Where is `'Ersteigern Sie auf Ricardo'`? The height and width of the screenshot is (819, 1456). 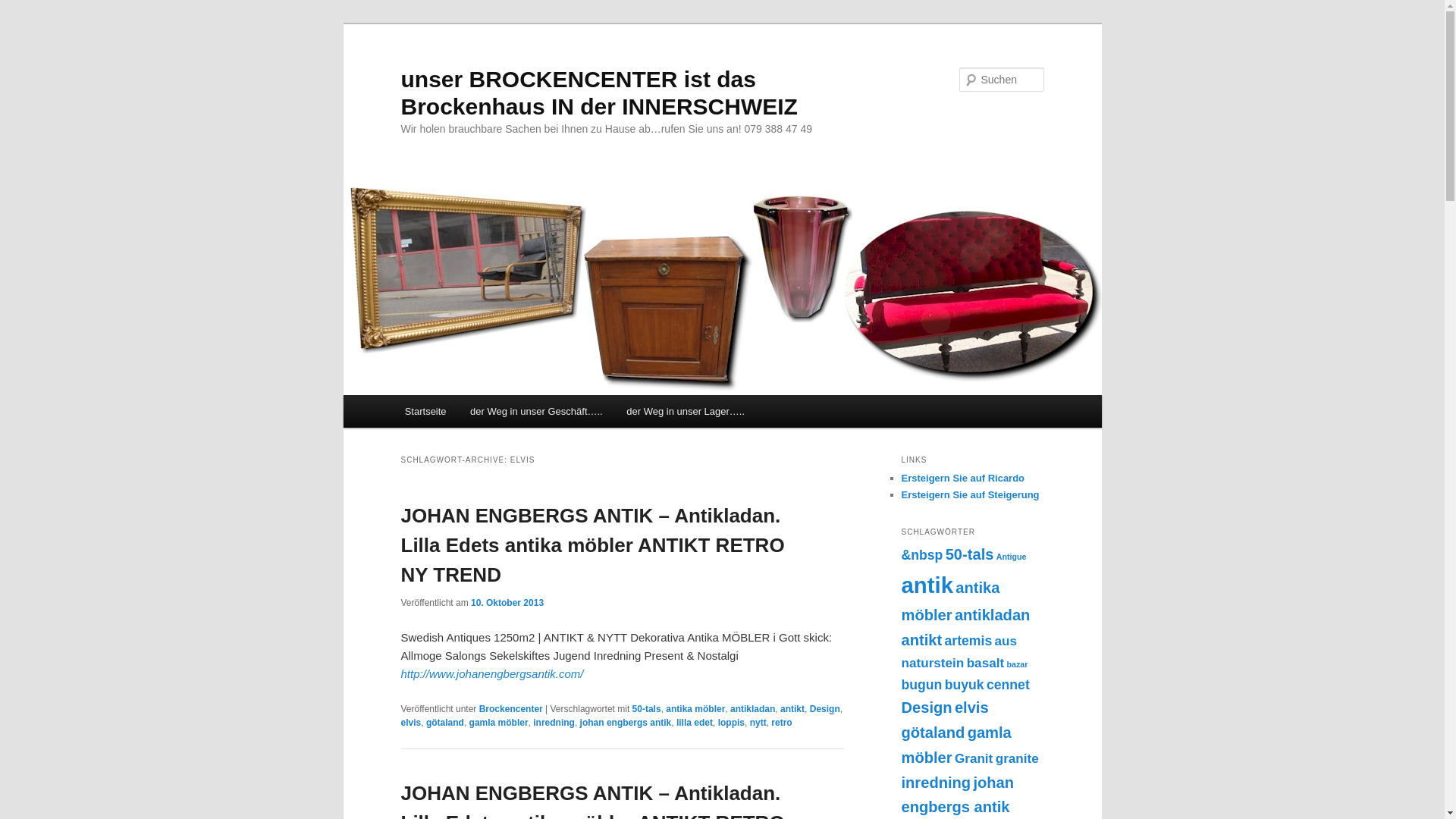 'Ersteigern Sie auf Ricardo' is located at coordinates (962, 478).